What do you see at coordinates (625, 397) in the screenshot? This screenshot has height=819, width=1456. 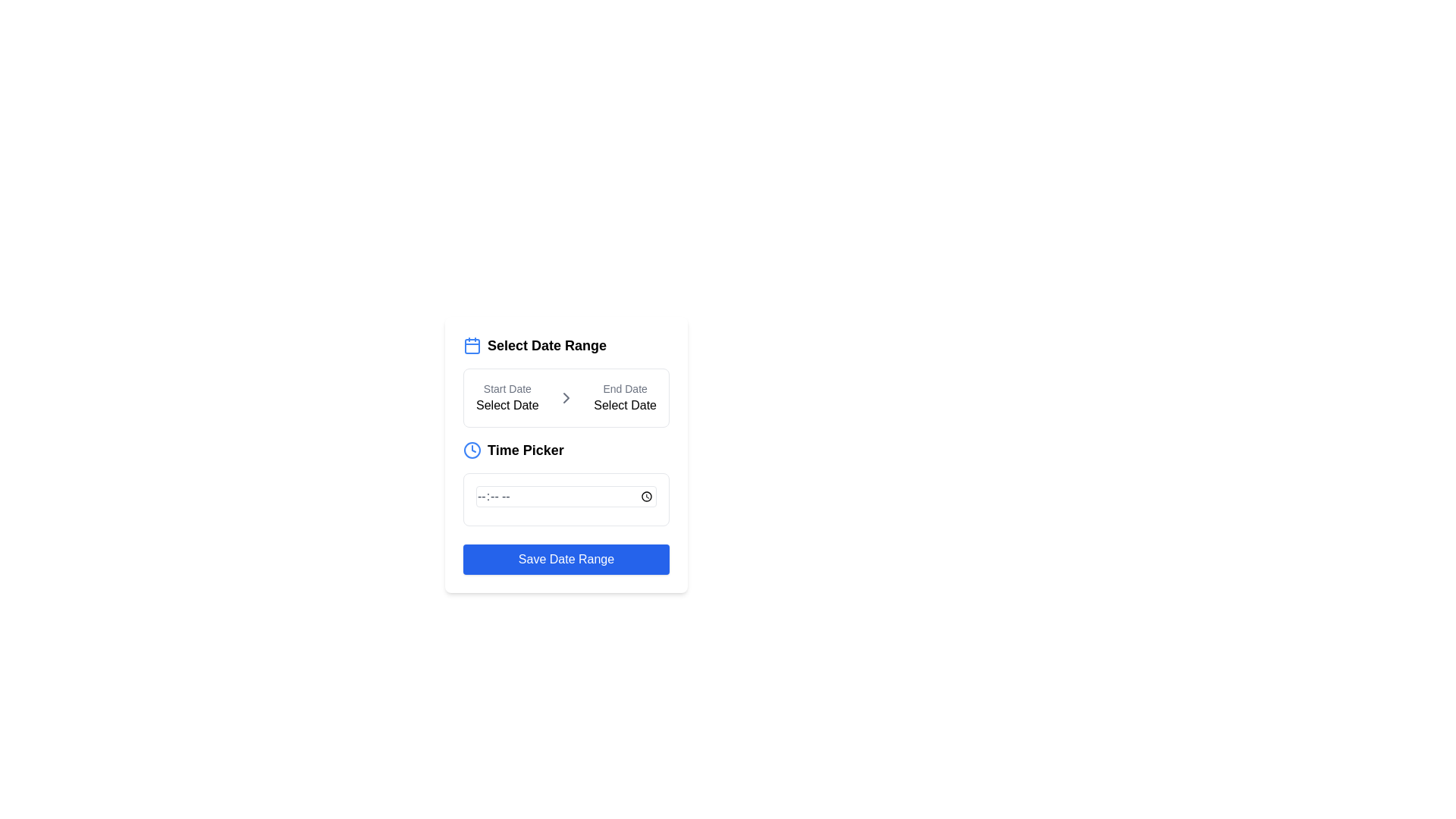 I see `the Text Label that prompts the user to provide an end date for a specified date range` at bounding box center [625, 397].